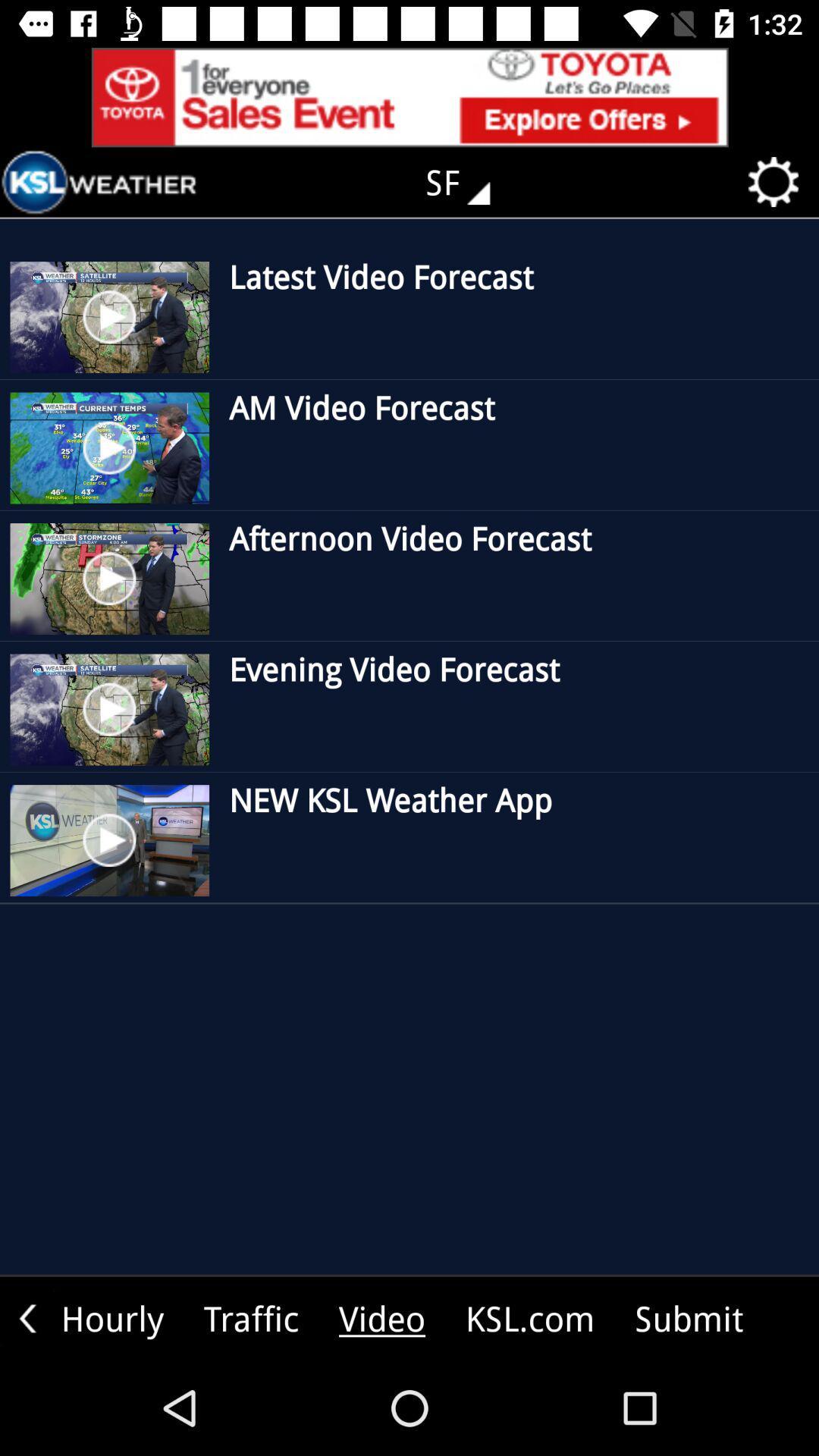 The width and height of the screenshot is (819, 1456). What do you see at coordinates (409, 96) in the screenshot?
I see `explore advertisement` at bounding box center [409, 96].